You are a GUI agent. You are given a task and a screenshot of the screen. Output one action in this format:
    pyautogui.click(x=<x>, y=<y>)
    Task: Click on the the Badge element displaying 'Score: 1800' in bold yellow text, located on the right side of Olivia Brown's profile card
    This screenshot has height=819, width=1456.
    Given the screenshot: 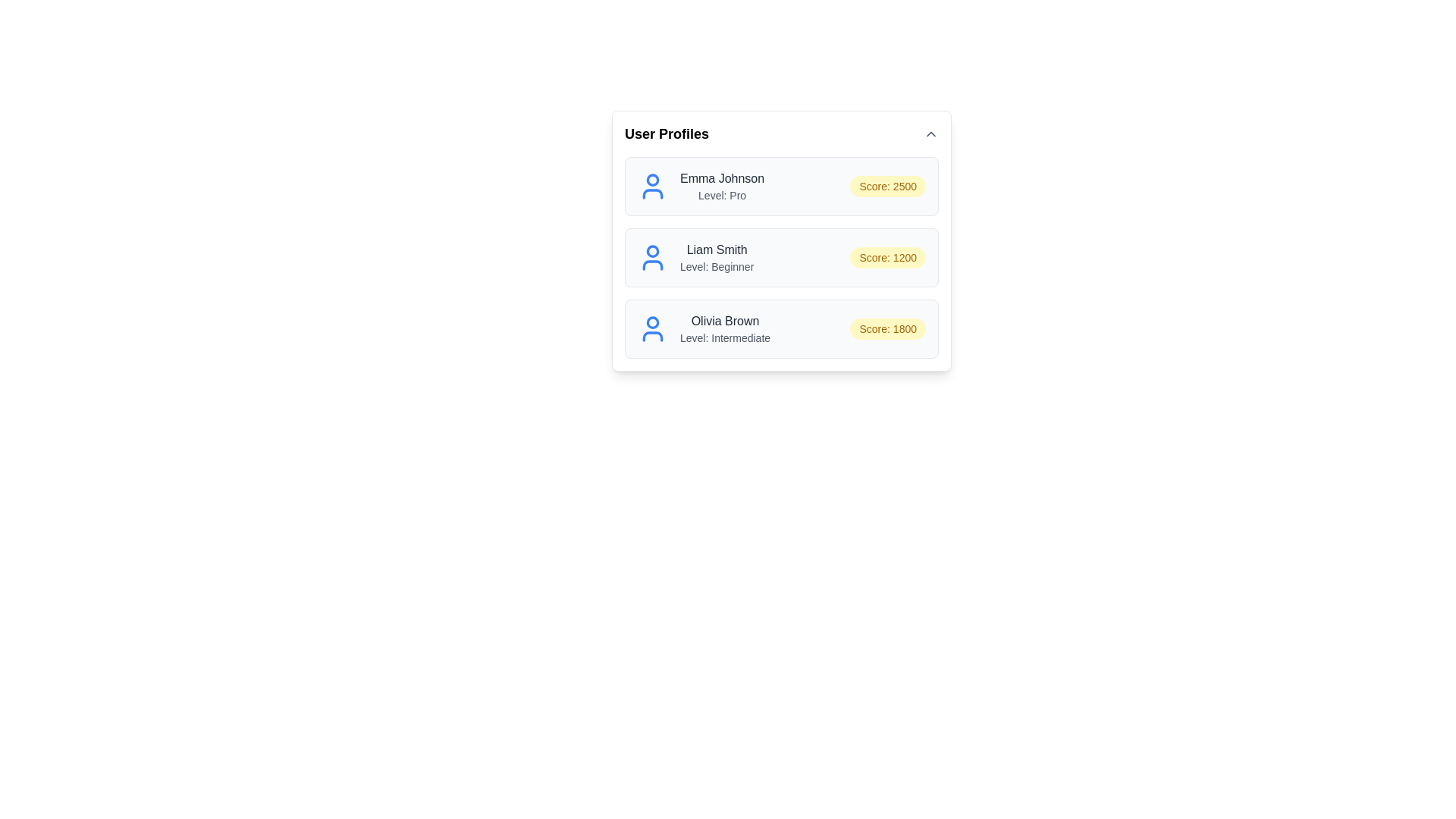 What is the action you would take?
    pyautogui.click(x=888, y=328)
    